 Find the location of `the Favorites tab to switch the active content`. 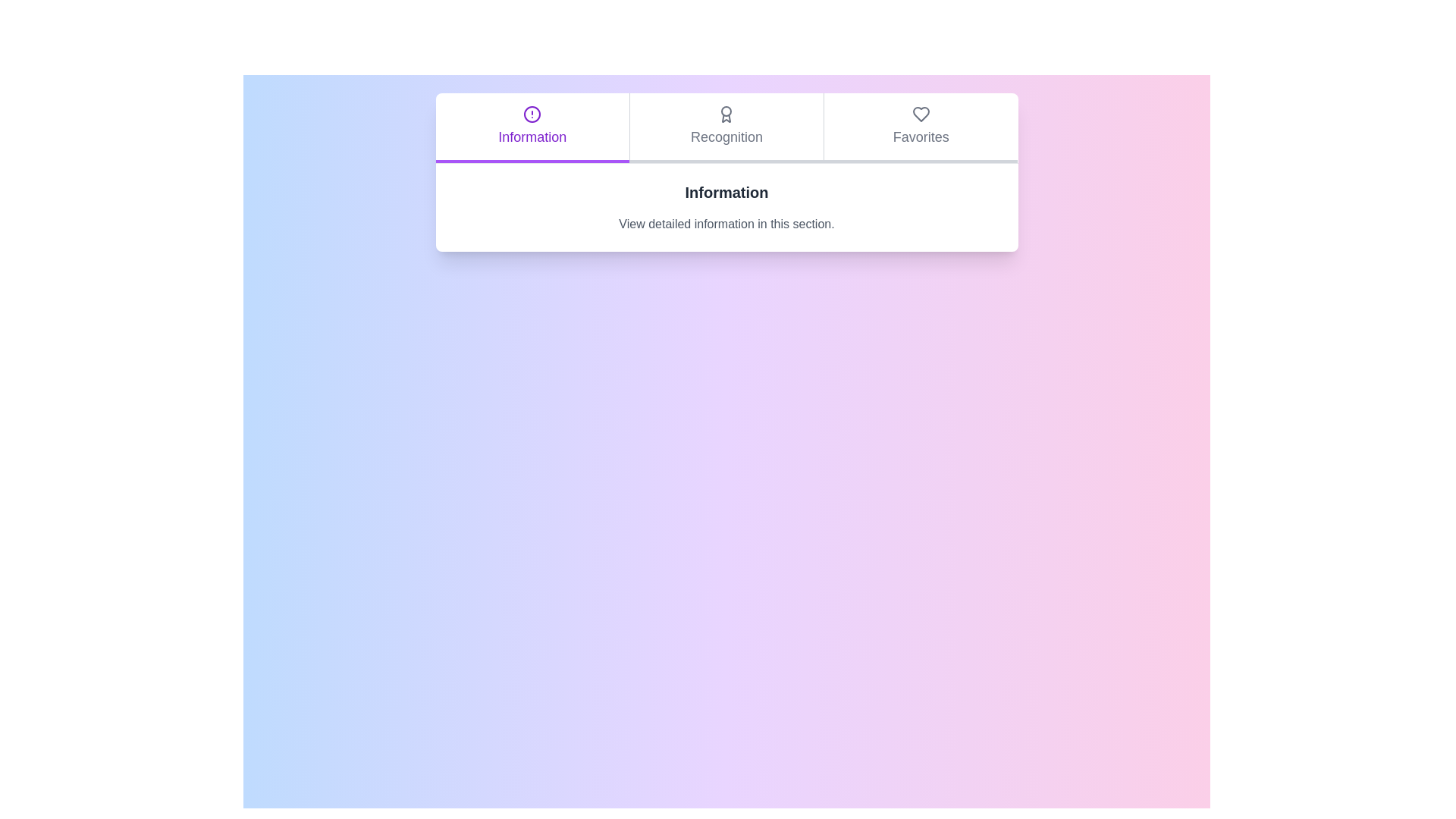

the Favorites tab to switch the active content is located at coordinates (920, 127).